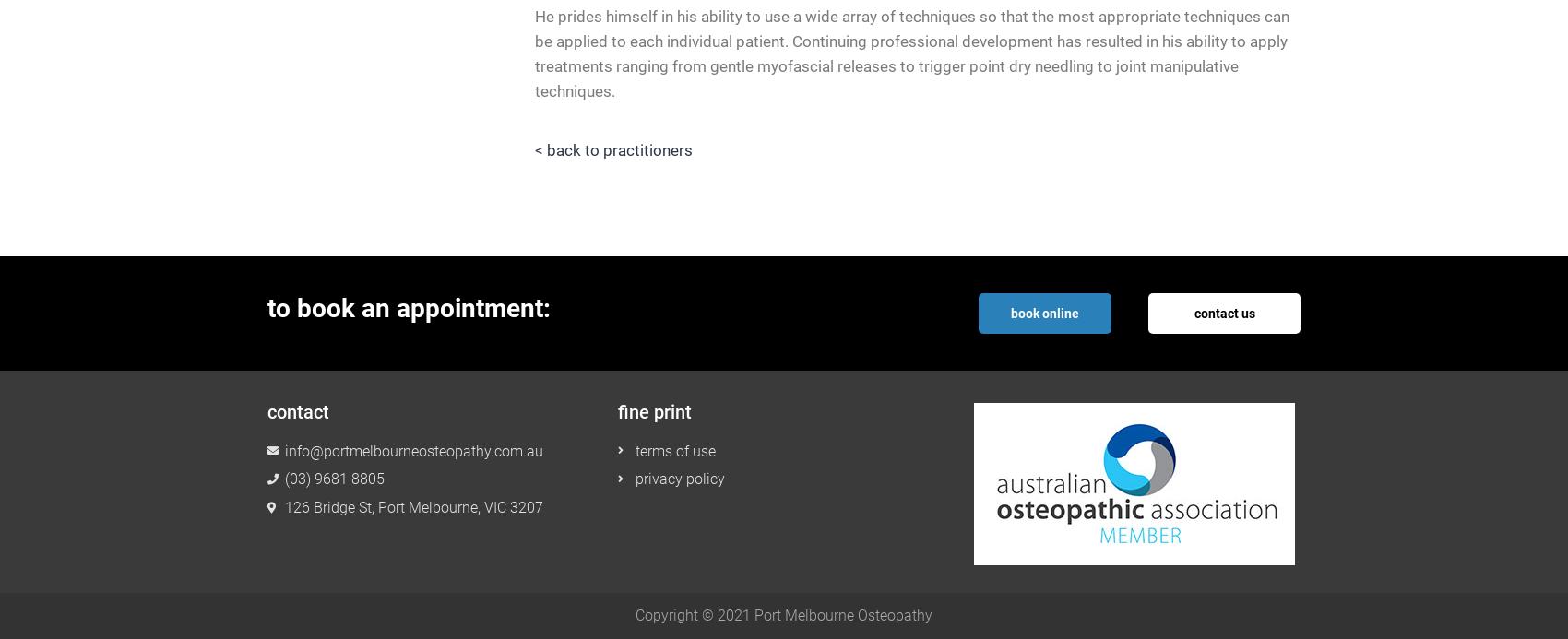 Image resolution: width=1568 pixels, height=639 pixels. Describe the element at coordinates (1045, 313) in the screenshot. I see `'book online'` at that location.